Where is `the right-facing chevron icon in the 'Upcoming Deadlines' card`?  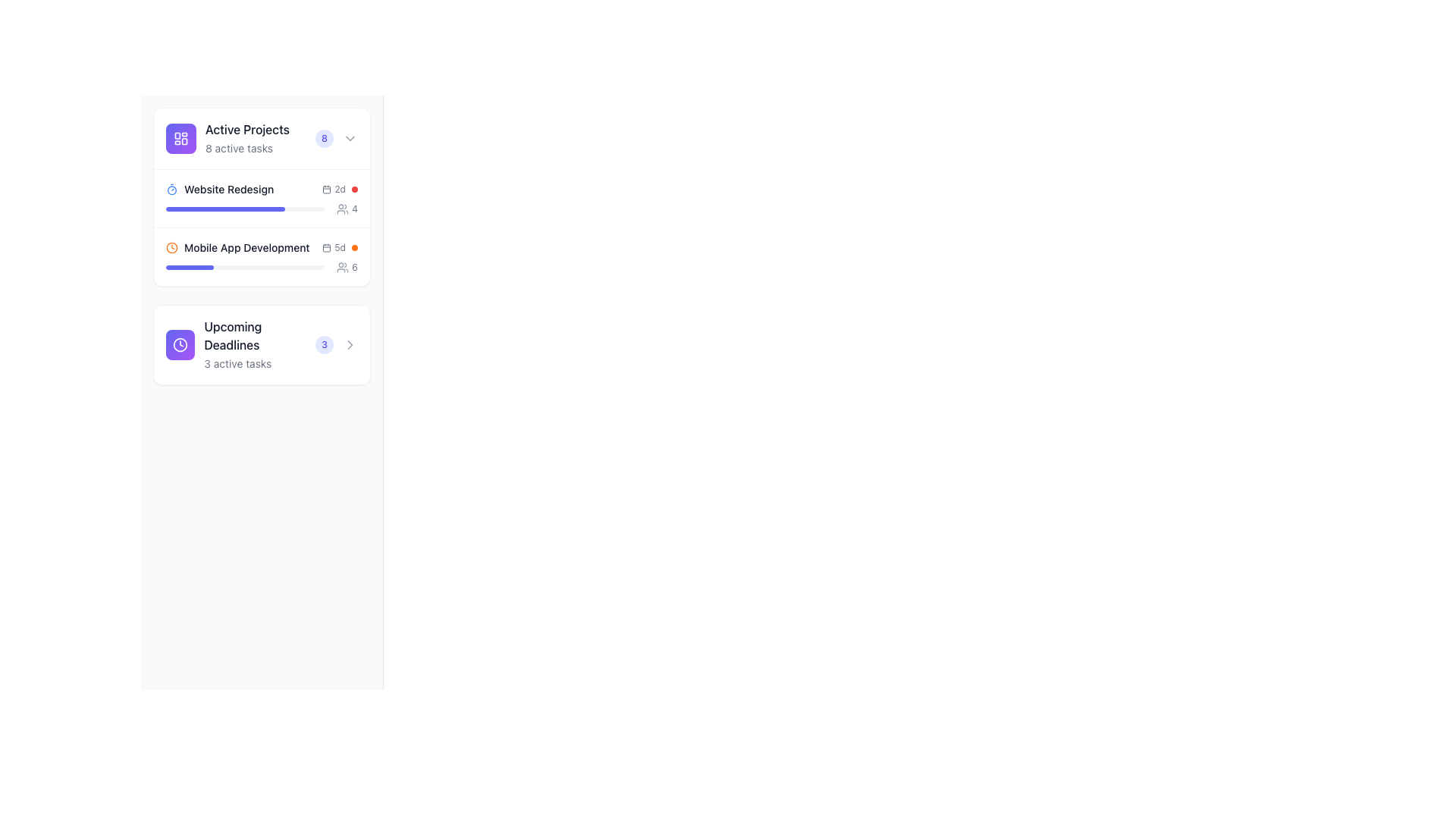
the right-facing chevron icon in the 'Upcoming Deadlines' card is located at coordinates (349, 345).